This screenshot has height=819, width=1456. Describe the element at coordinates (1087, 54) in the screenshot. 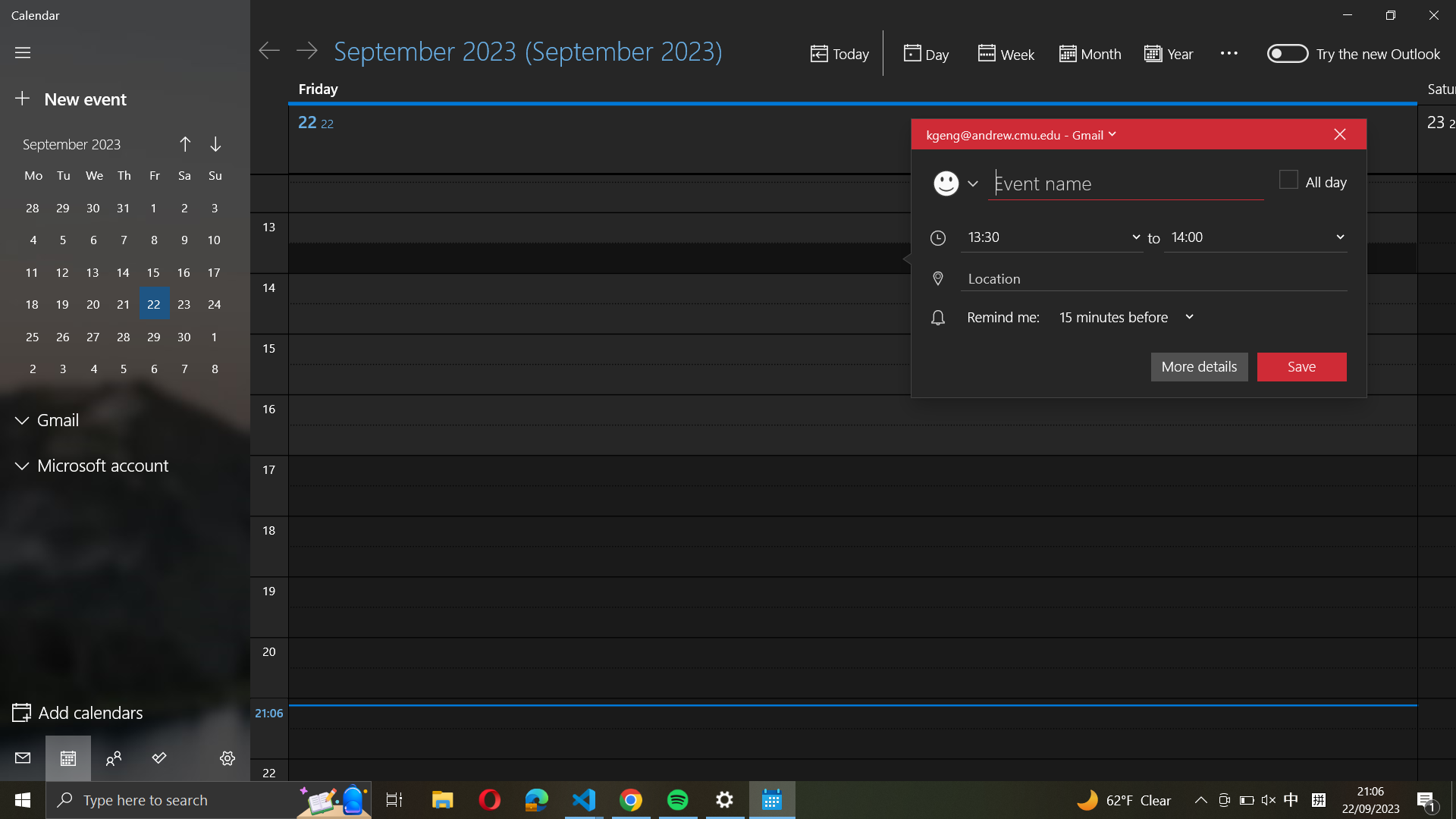

I see `the monthly calendar view` at that location.